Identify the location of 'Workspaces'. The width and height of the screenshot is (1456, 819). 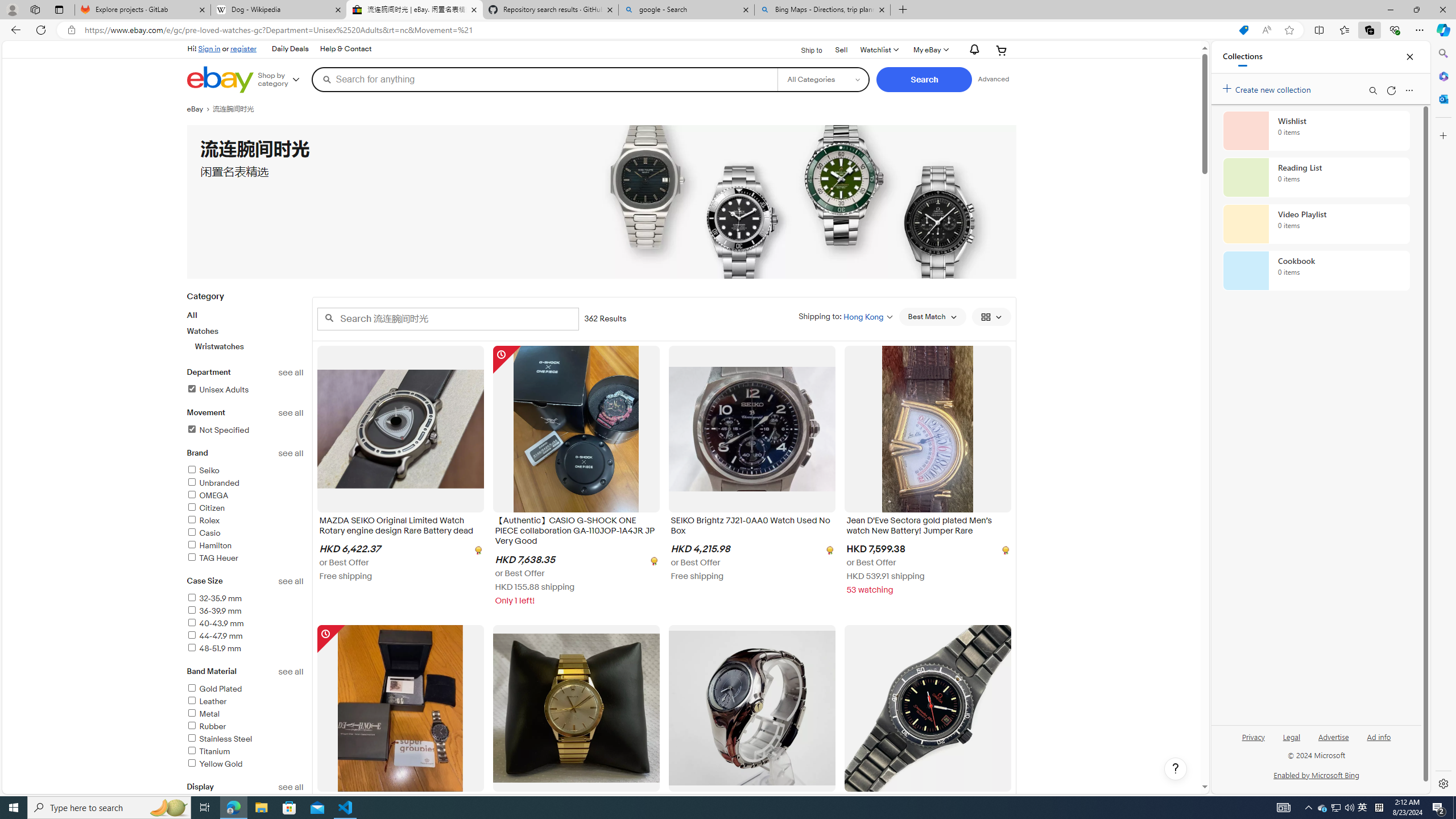
(35, 9).